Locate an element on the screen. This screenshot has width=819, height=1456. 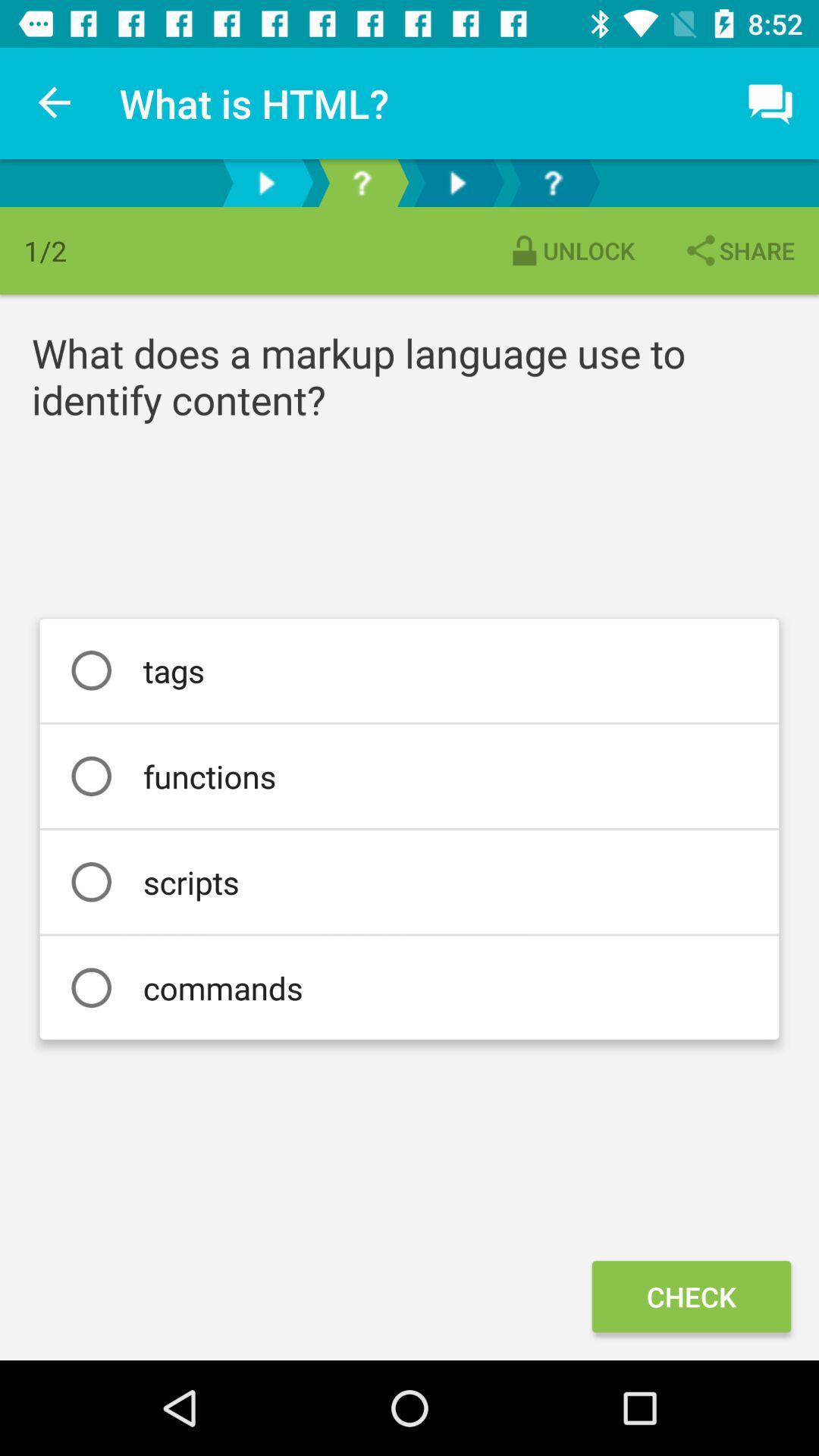
the next page is located at coordinates (265, 182).